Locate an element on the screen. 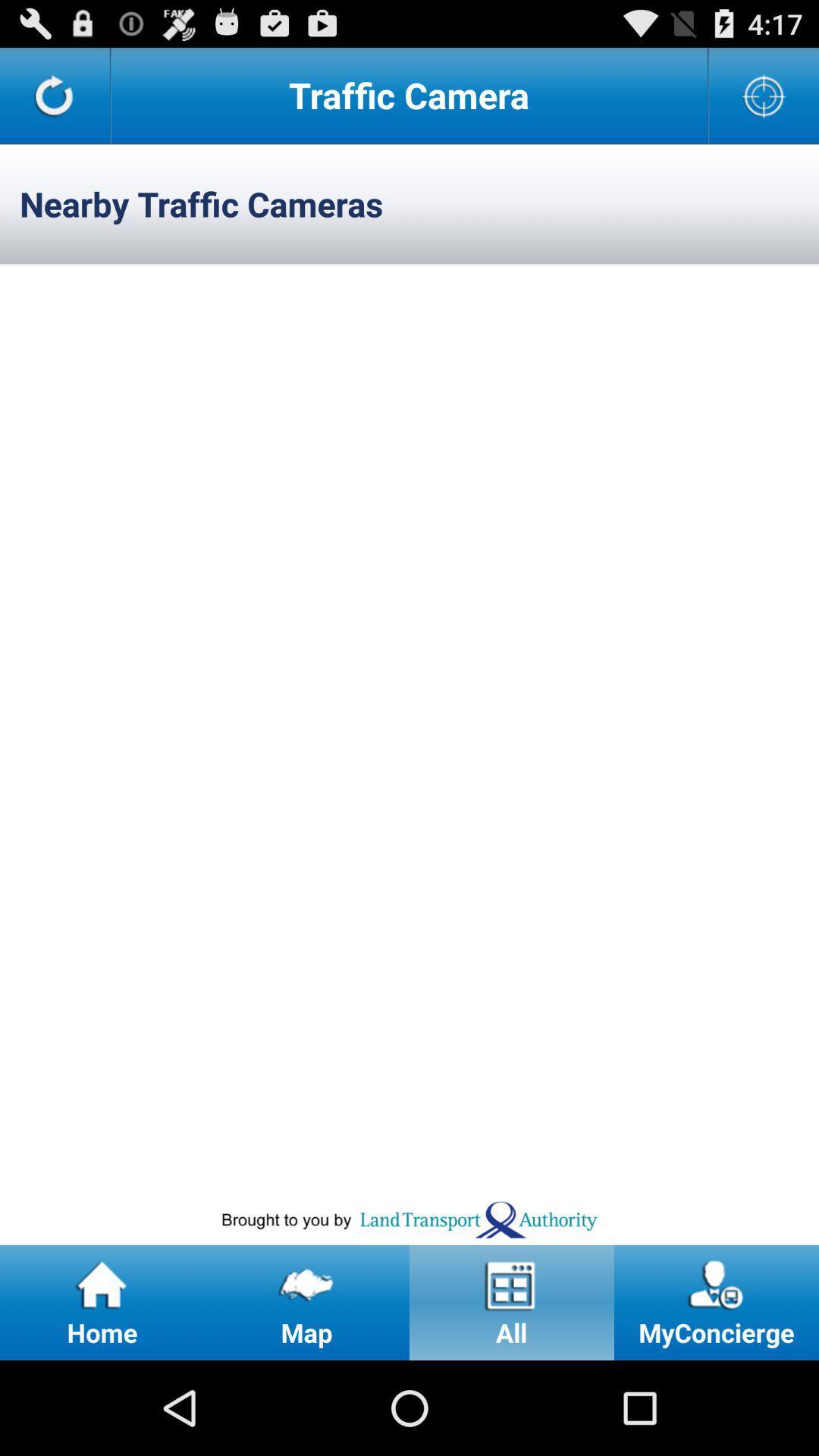 The width and height of the screenshot is (819, 1456). scanner is located at coordinates (764, 94).